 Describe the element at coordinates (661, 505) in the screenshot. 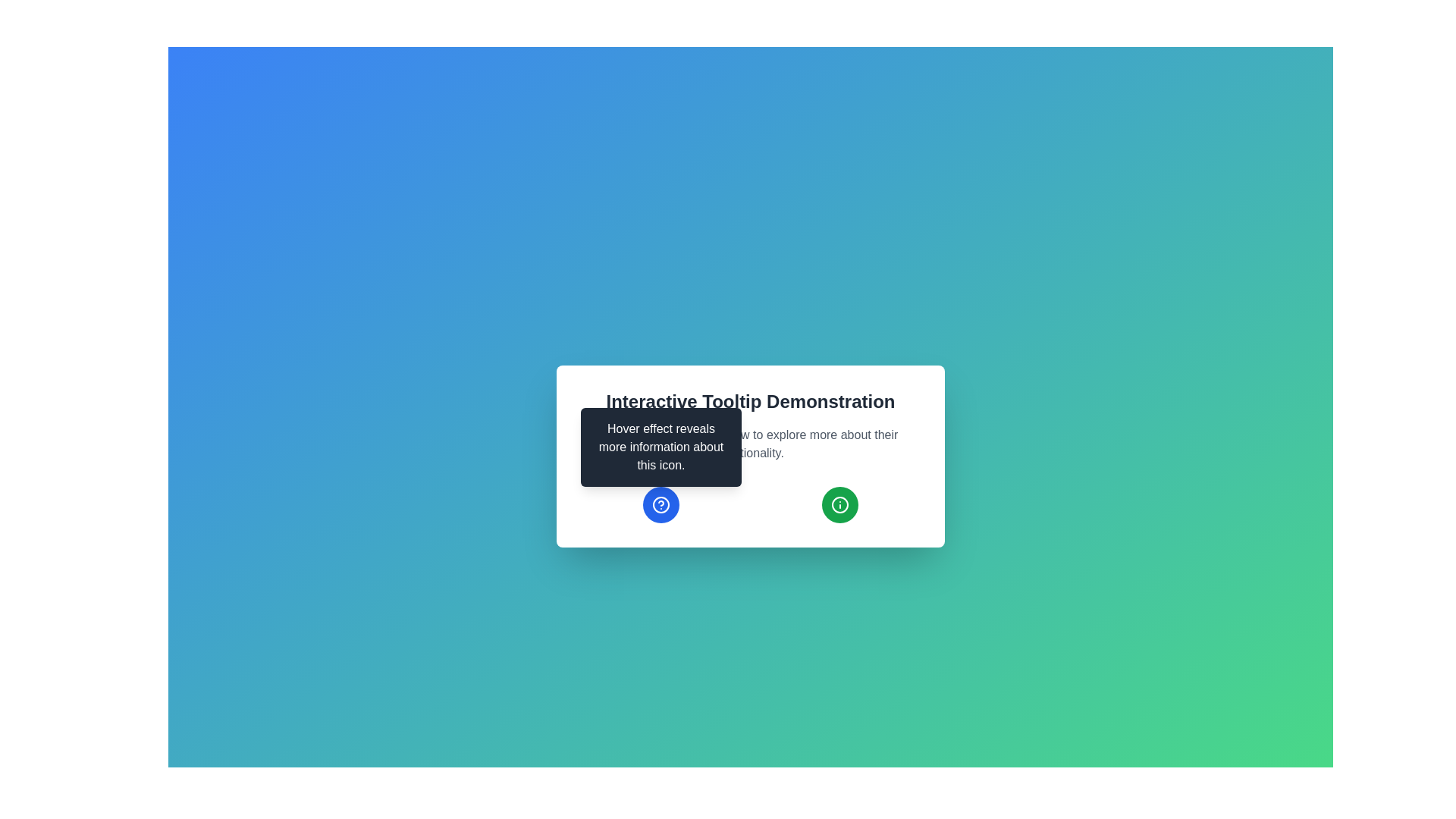

I see `the interactive help button located at the center bottom of the informative card, which reveals additional tooltip information when hovered over` at that location.